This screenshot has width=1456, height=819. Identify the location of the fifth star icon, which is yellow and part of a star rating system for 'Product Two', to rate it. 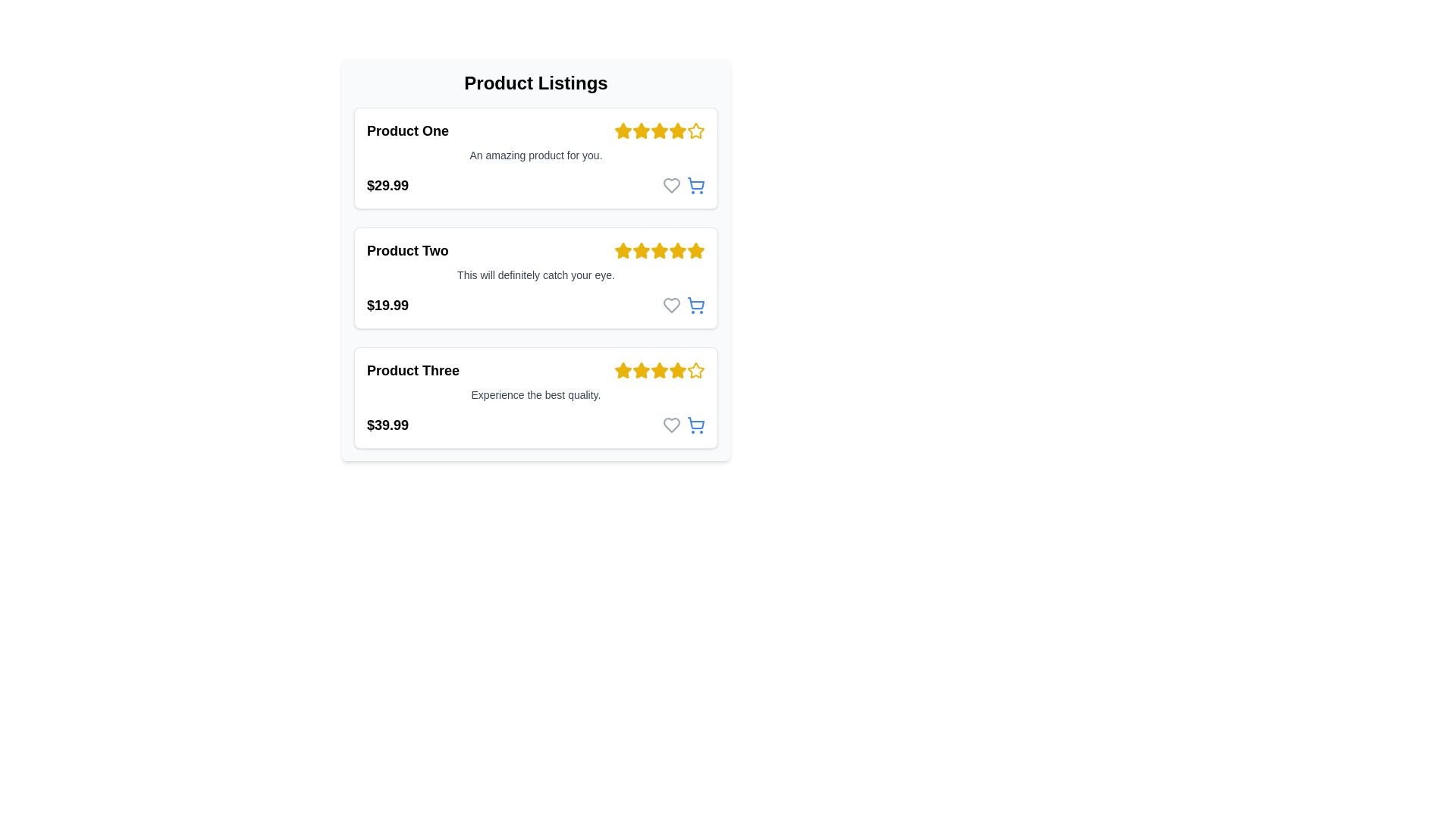
(676, 250).